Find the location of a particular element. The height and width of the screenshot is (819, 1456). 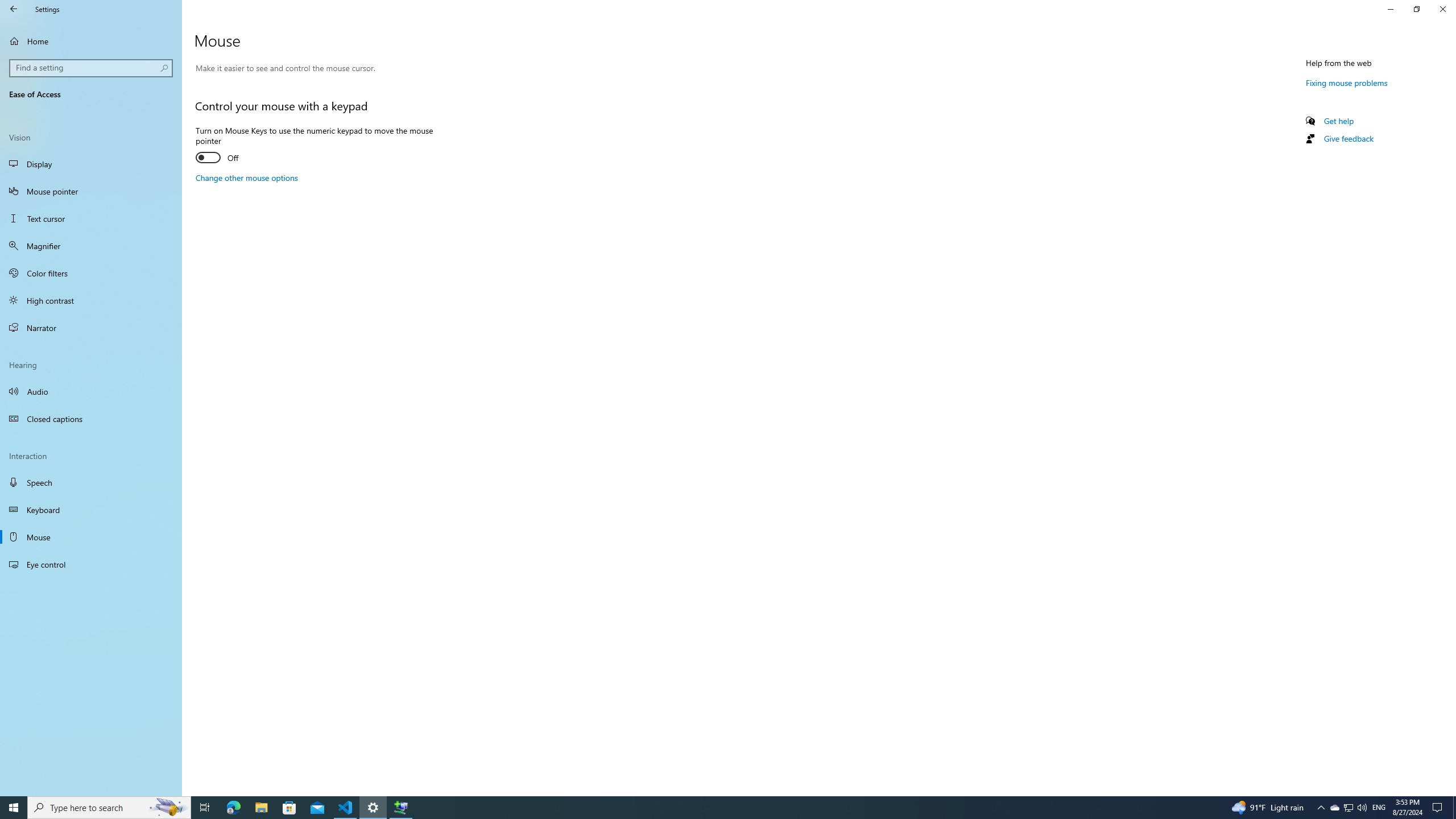

'Extensible Wizards Host Process - 1 running window' is located at coordinates (401, 806).